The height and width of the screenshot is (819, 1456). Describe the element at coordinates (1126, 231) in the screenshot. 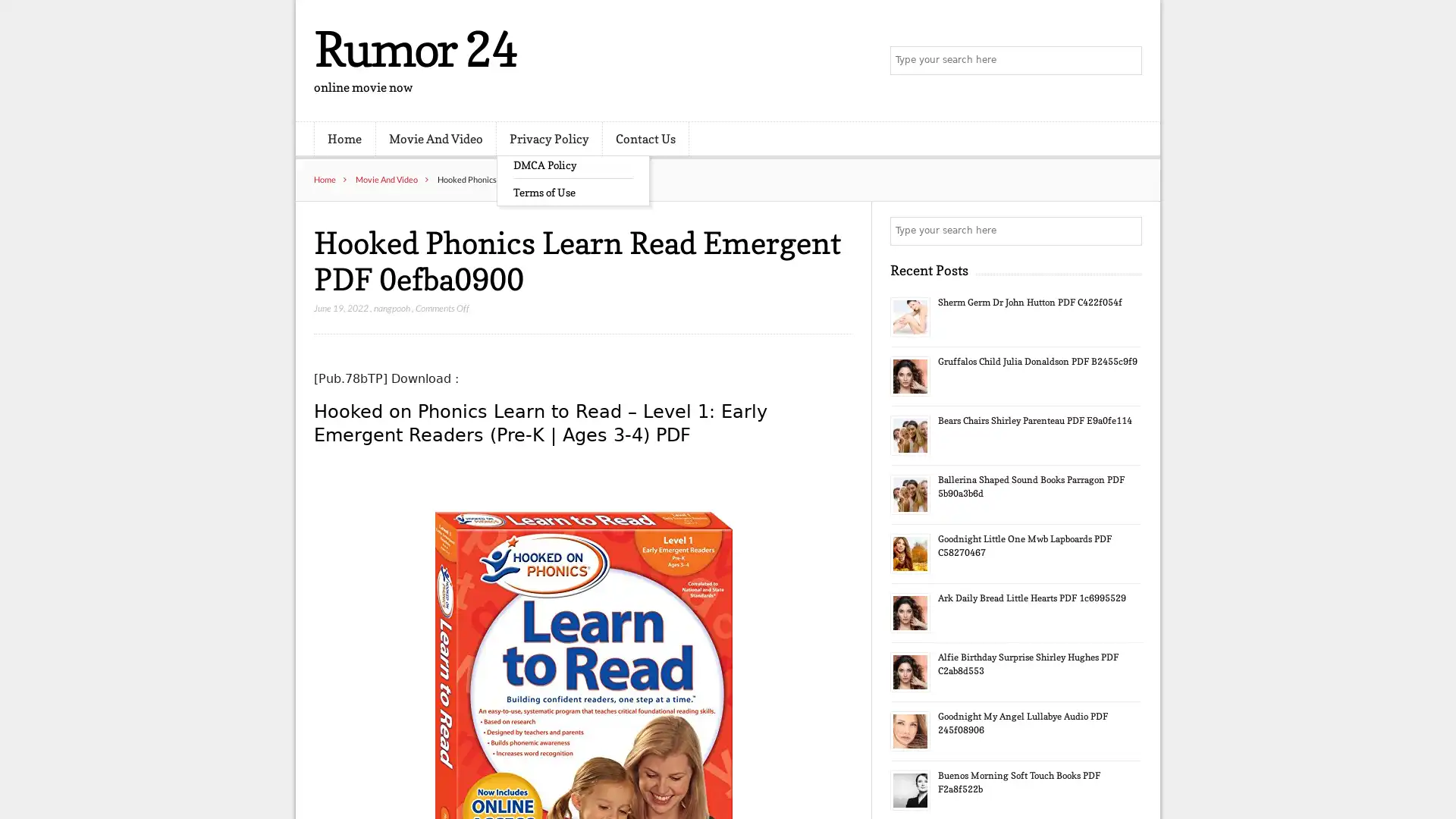

I see `Search` at that location.